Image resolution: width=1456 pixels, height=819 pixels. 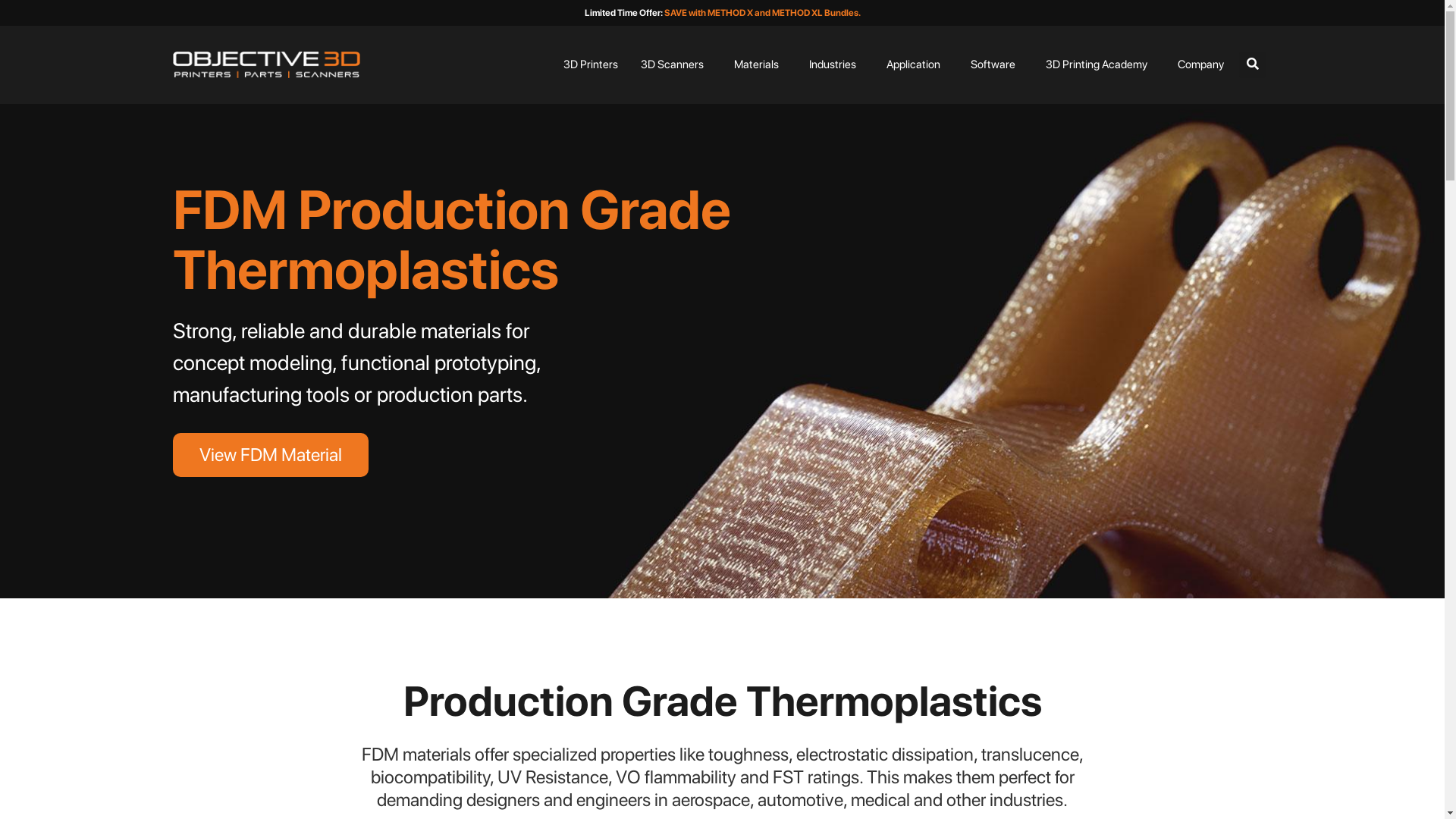 What do you see at coordinates (726, 64) in the screenshot?
I see `'Materials'` at bounding box center [726, 64].